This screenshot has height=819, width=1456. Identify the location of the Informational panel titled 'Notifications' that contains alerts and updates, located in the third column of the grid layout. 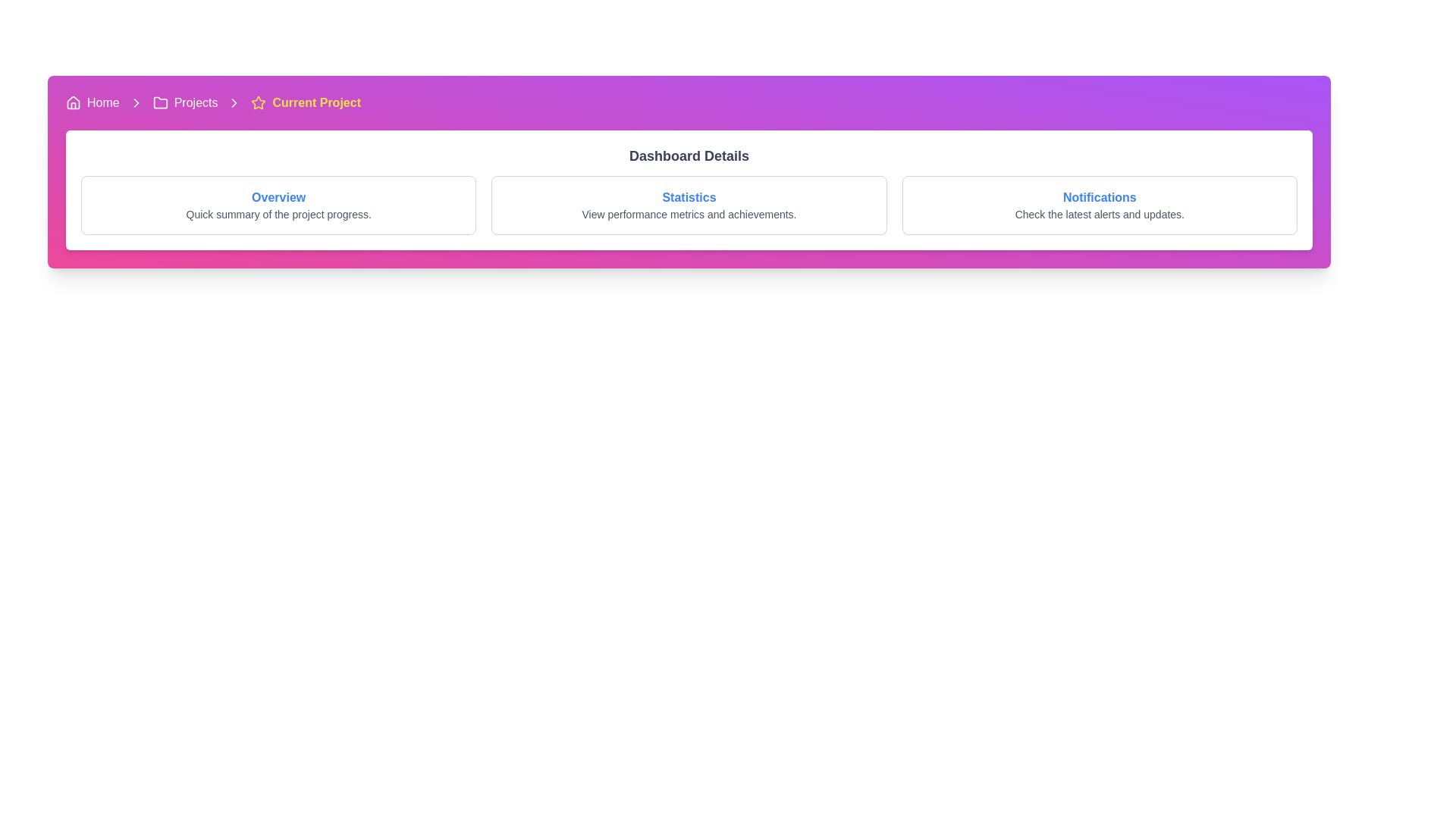
(1100, 205).